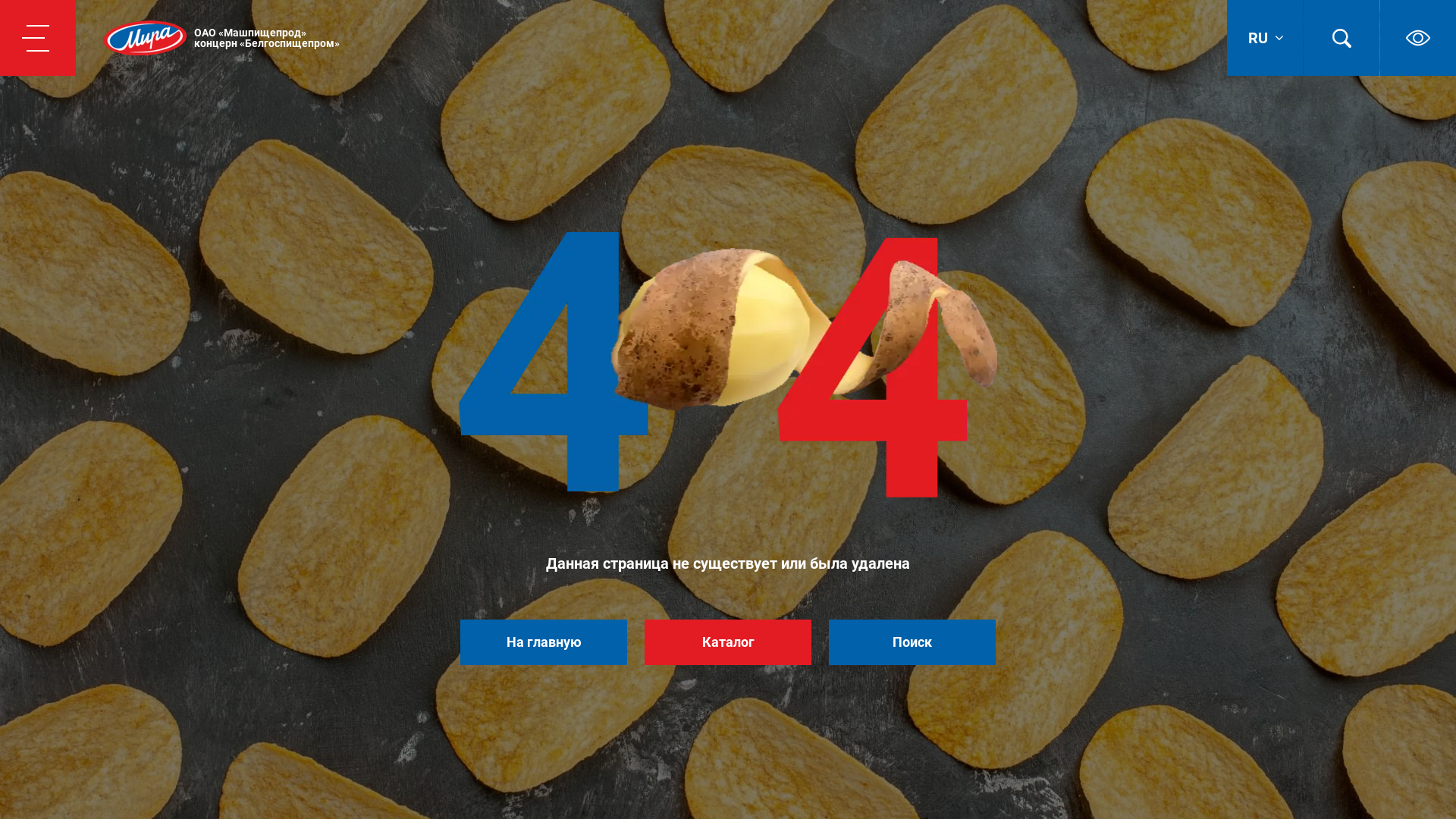 The height and width of the screenshot is (819, 1456). I want to click on 'RU', so click(1264, 37).